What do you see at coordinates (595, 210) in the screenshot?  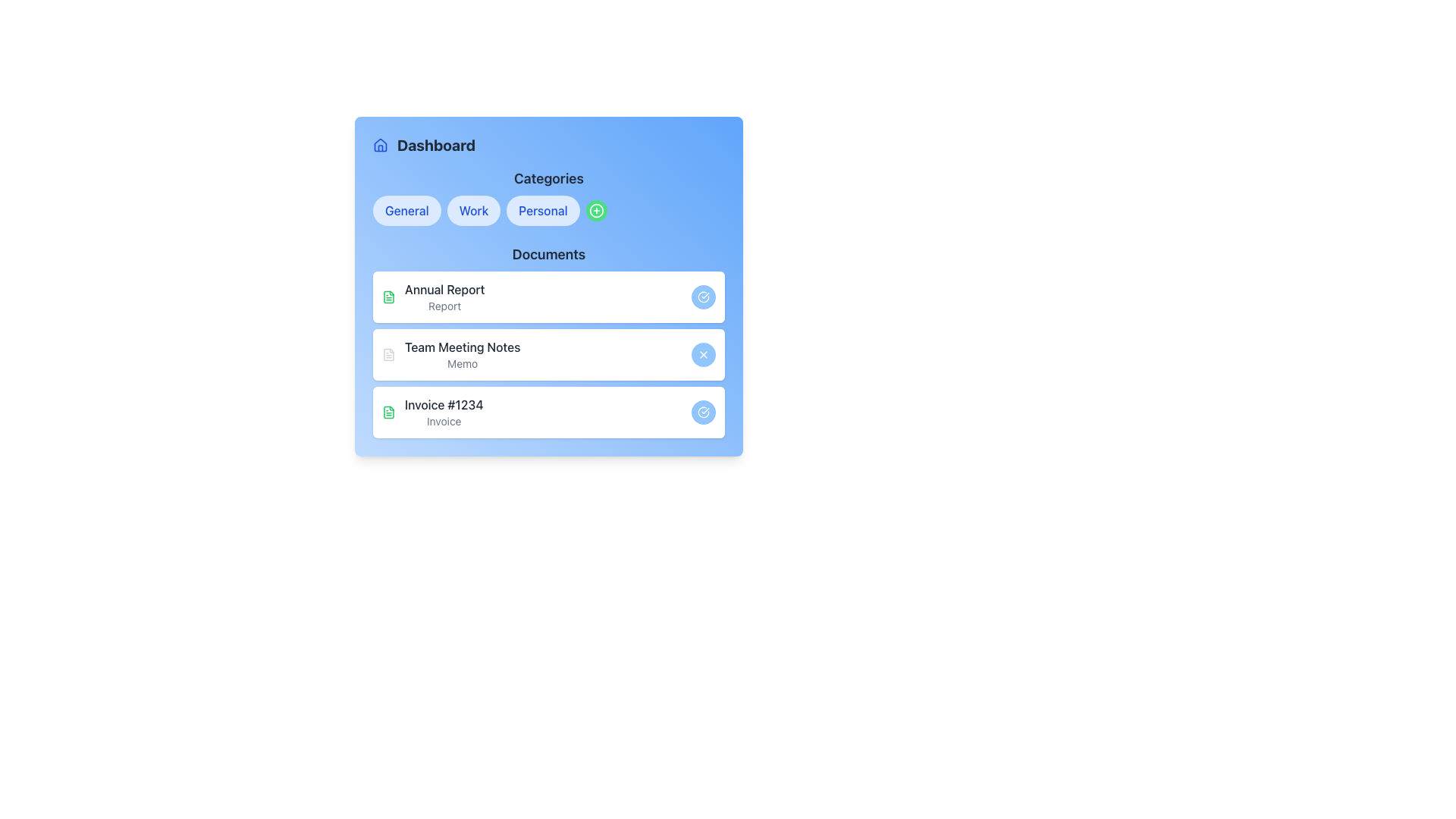 I see `the circular icon with a green stroke and white background that contains a plus symbol, located to the right of the 'Personal' category button in the category selection section` at bounding box center [595, 210].